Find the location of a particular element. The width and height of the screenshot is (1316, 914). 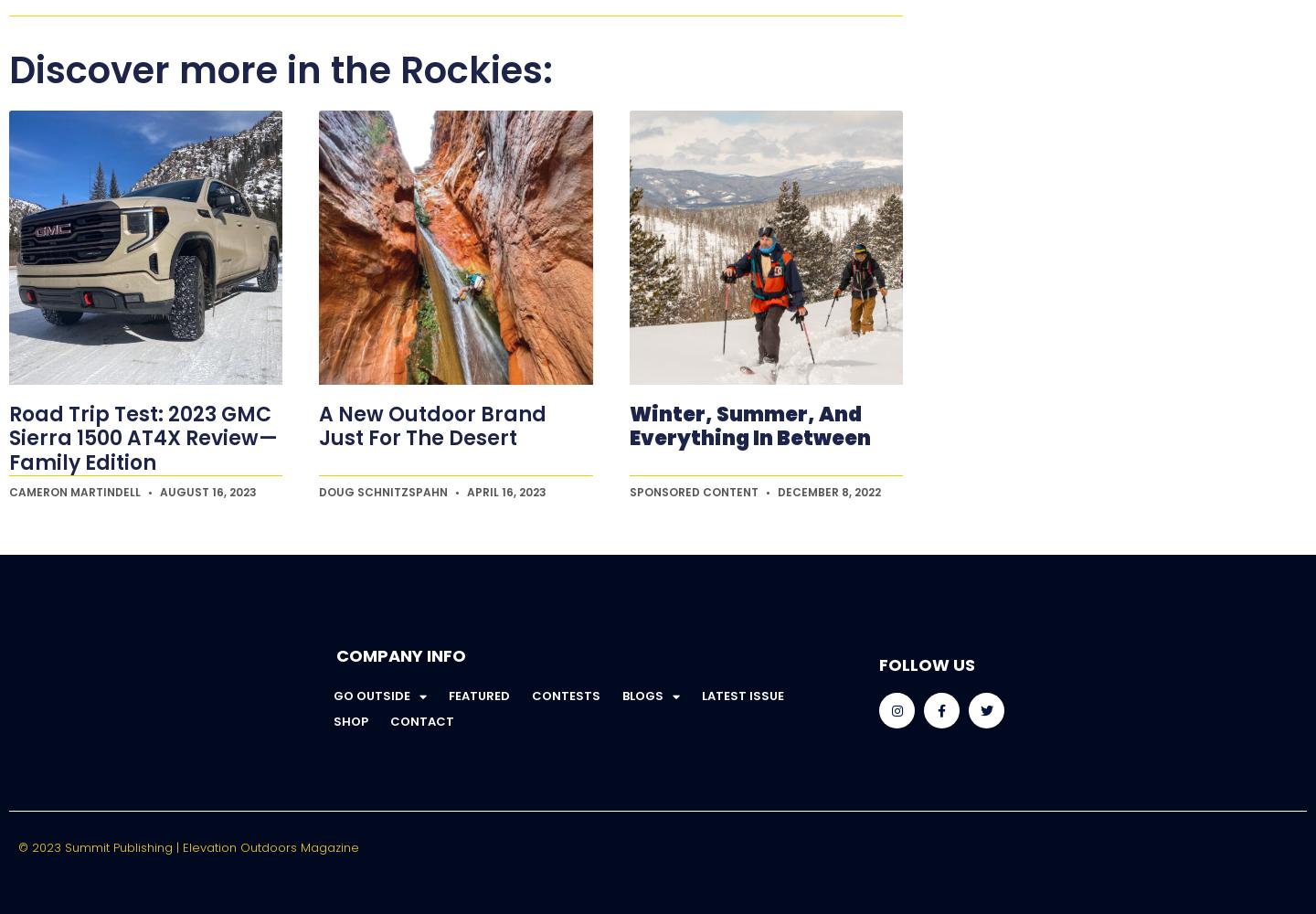

'Contests' is located at coordinates (564, 696).